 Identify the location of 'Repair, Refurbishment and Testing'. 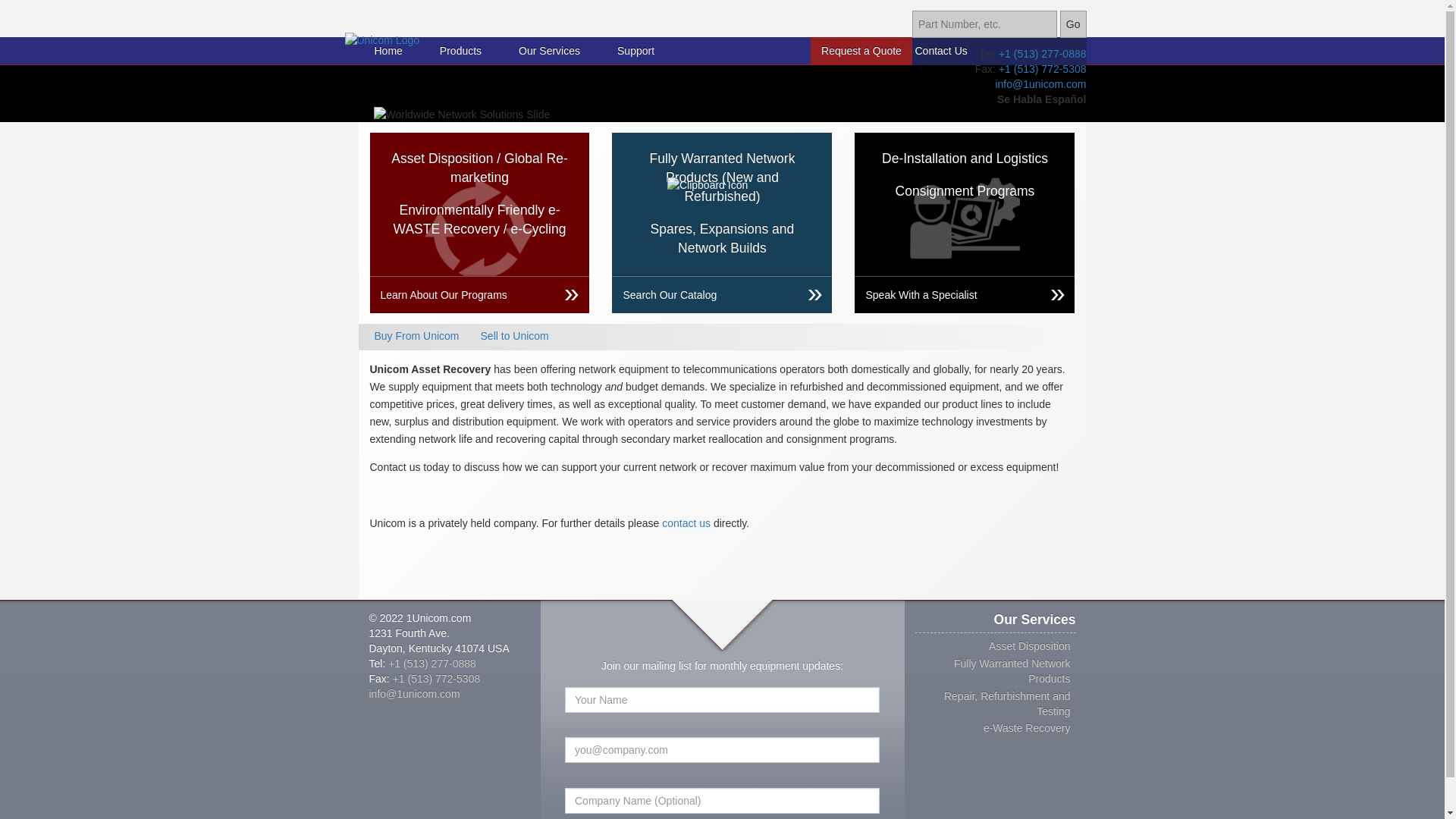
(943, 704).